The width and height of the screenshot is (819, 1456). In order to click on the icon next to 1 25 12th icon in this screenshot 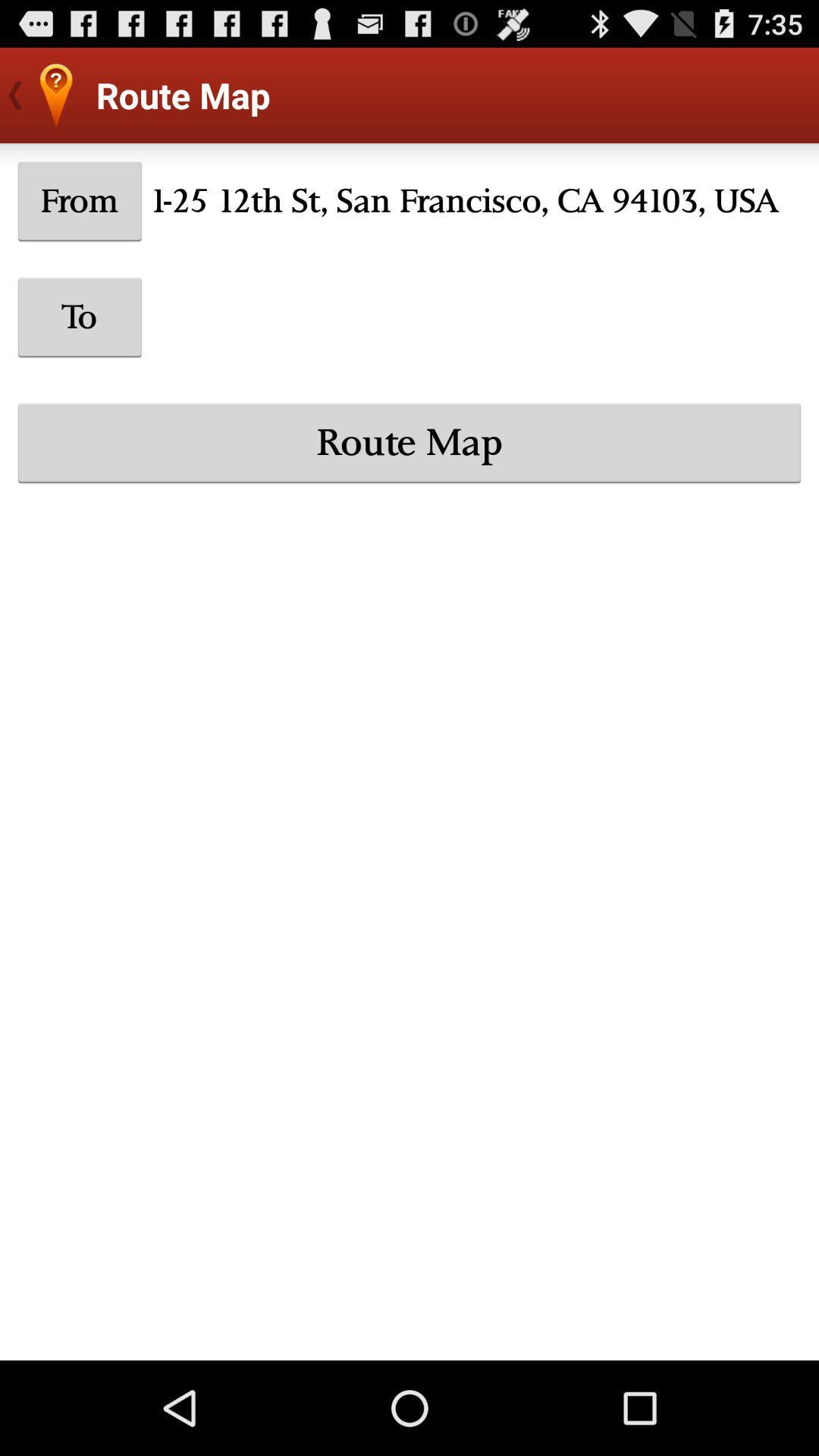, I will do `click(80, 200)`.